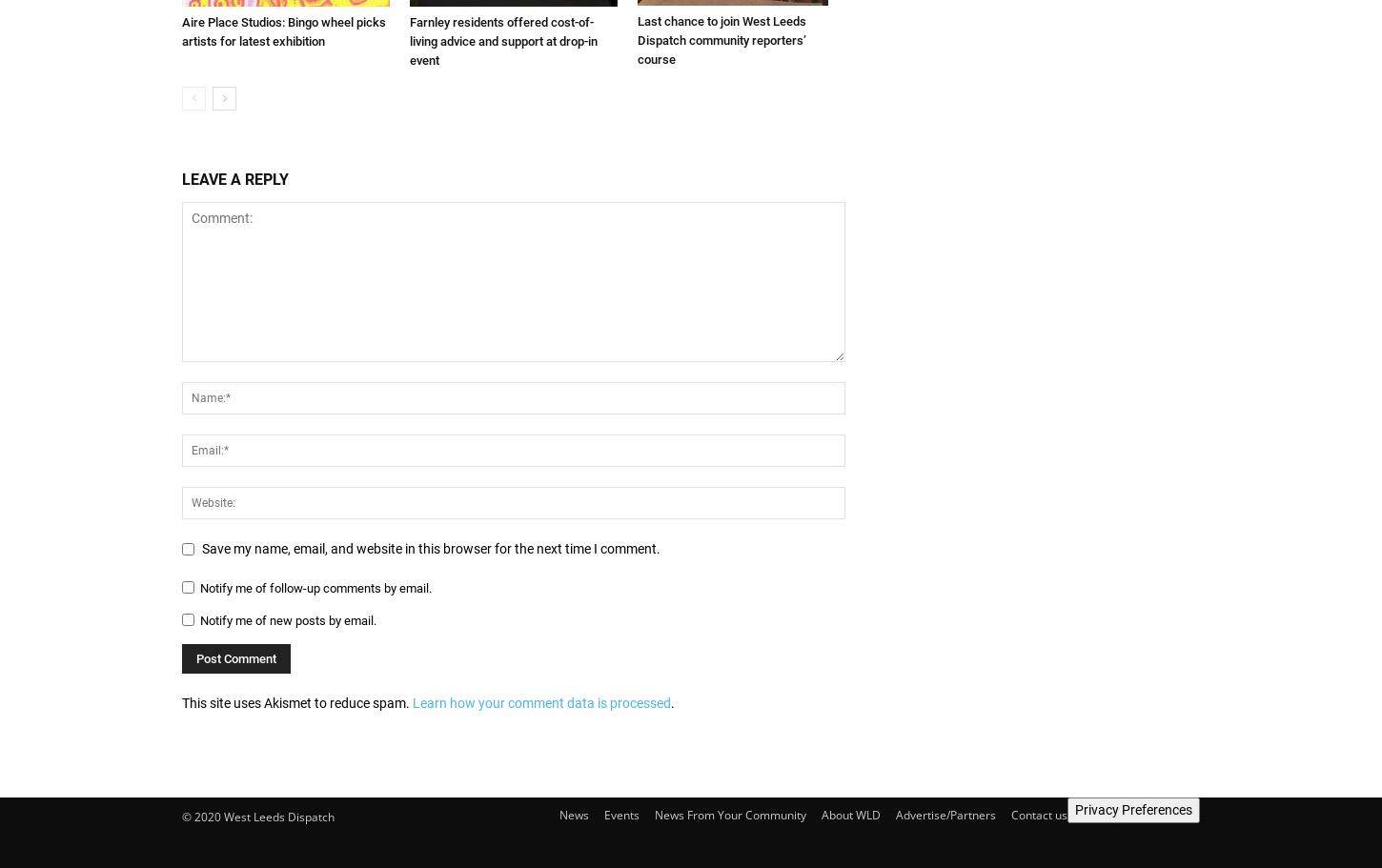 The width and height of the screenshot is (1382, 868). Describe the element at coordinates (672, 702) in the screenshot. I see `'.'` at that location.